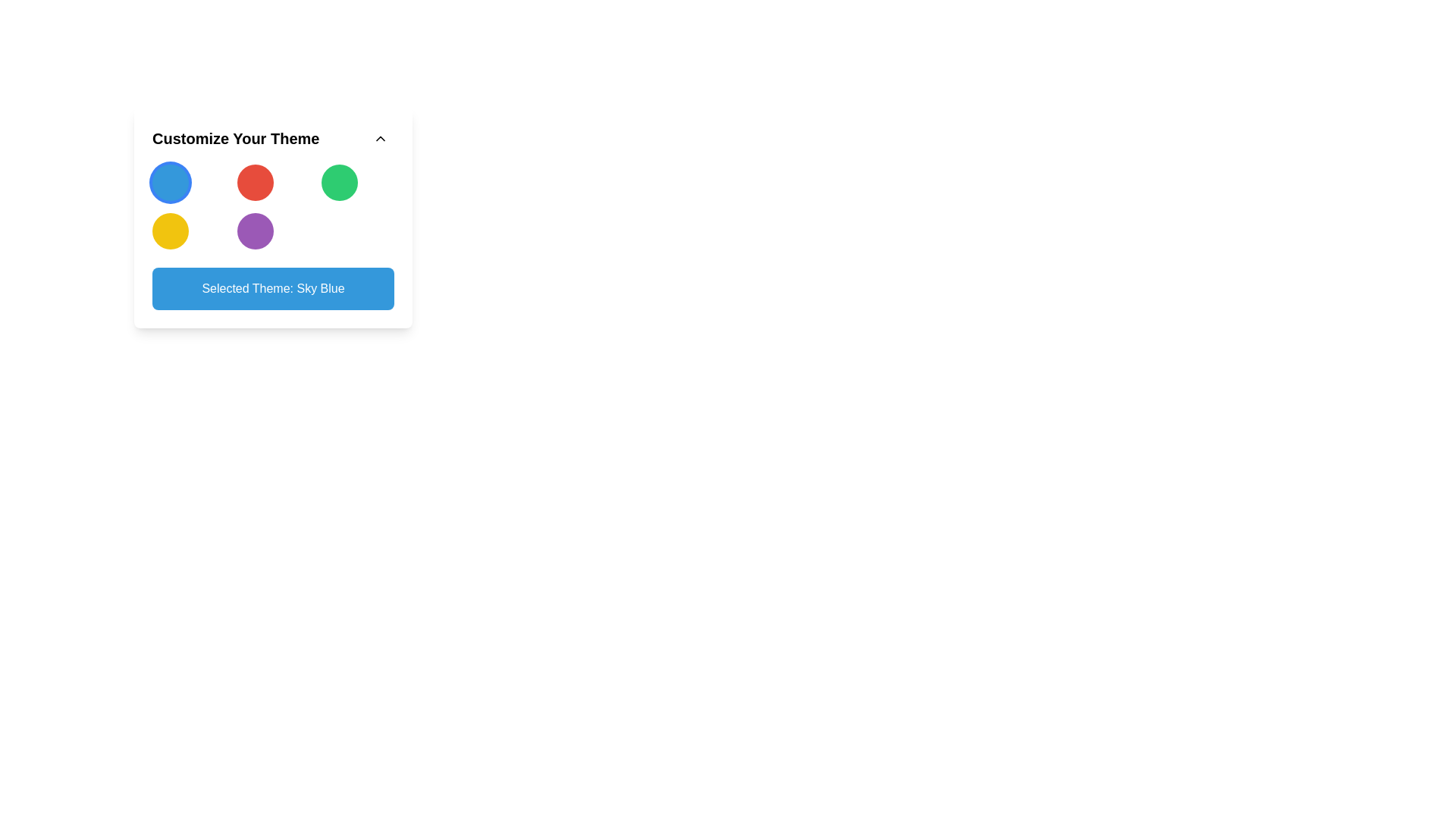  What do you see at coordinates (381, 138) in the screenshot?
I see `the button styled as a clickable icon with an upward-facing chevron arrow, located at the top-right corner of the 'Customize Your Theme' section` at bounding box center [381, 138].